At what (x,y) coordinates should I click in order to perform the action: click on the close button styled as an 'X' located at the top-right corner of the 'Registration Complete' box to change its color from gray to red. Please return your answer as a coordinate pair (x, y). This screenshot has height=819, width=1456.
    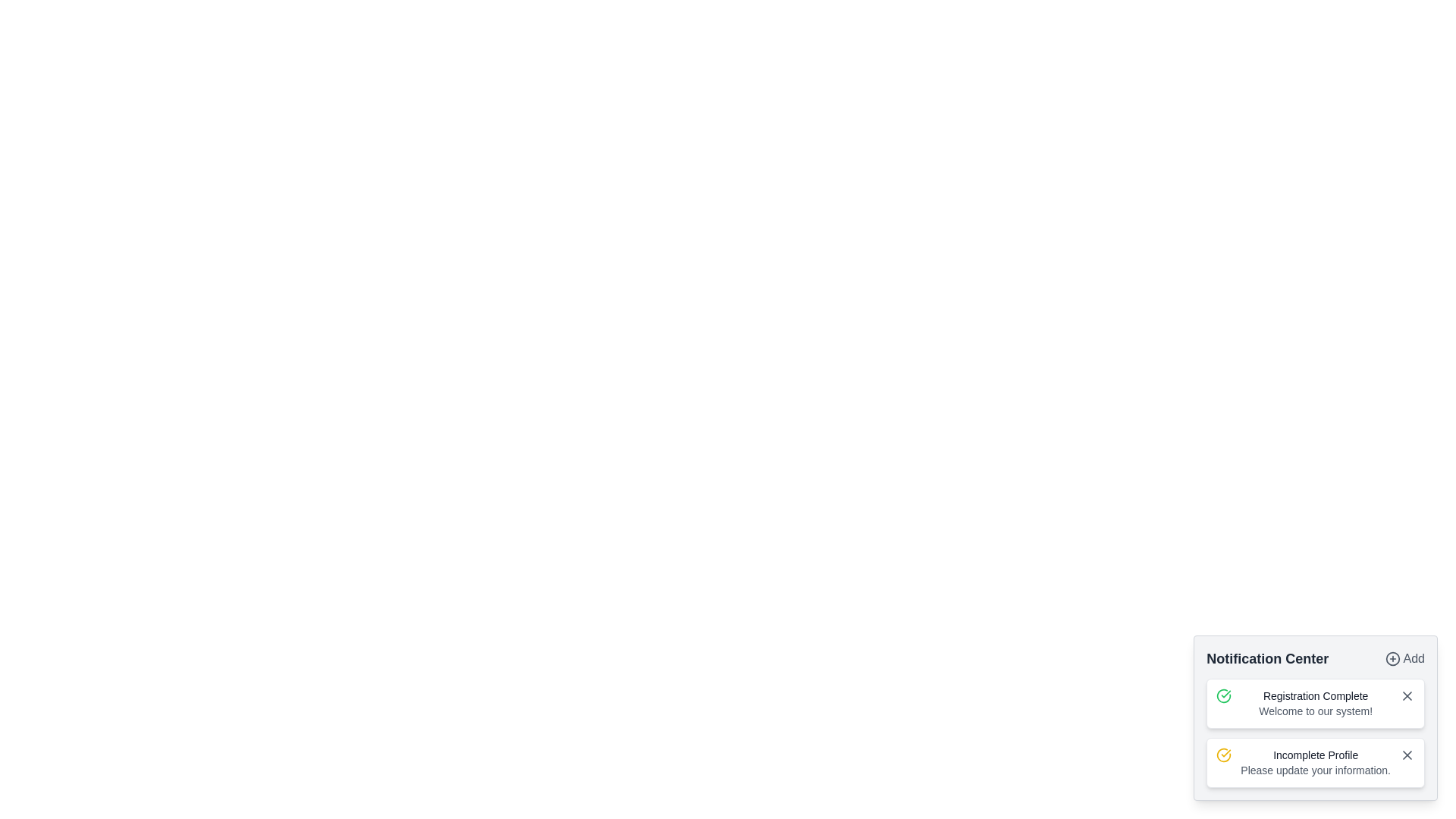
    Looking at the image, I should click on (1407, 696).